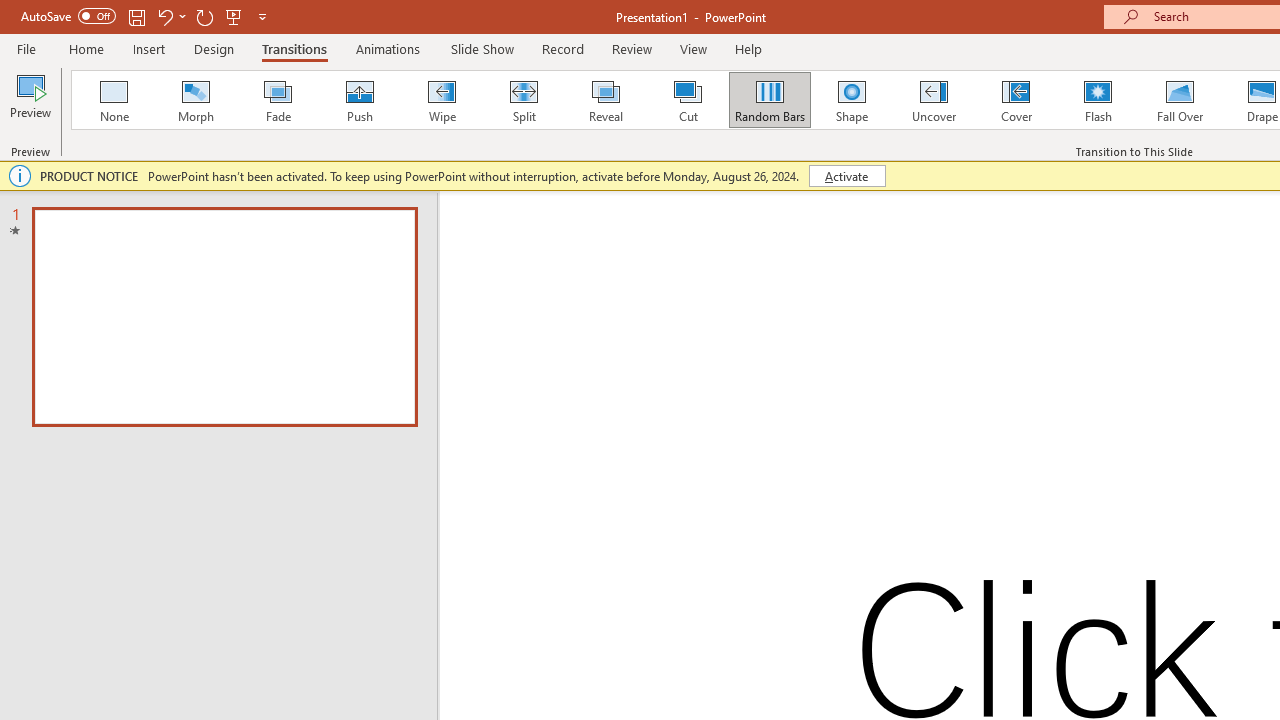 The image size is (1280, 720). I want to click on 'Fall Over', so click(1180, 100).